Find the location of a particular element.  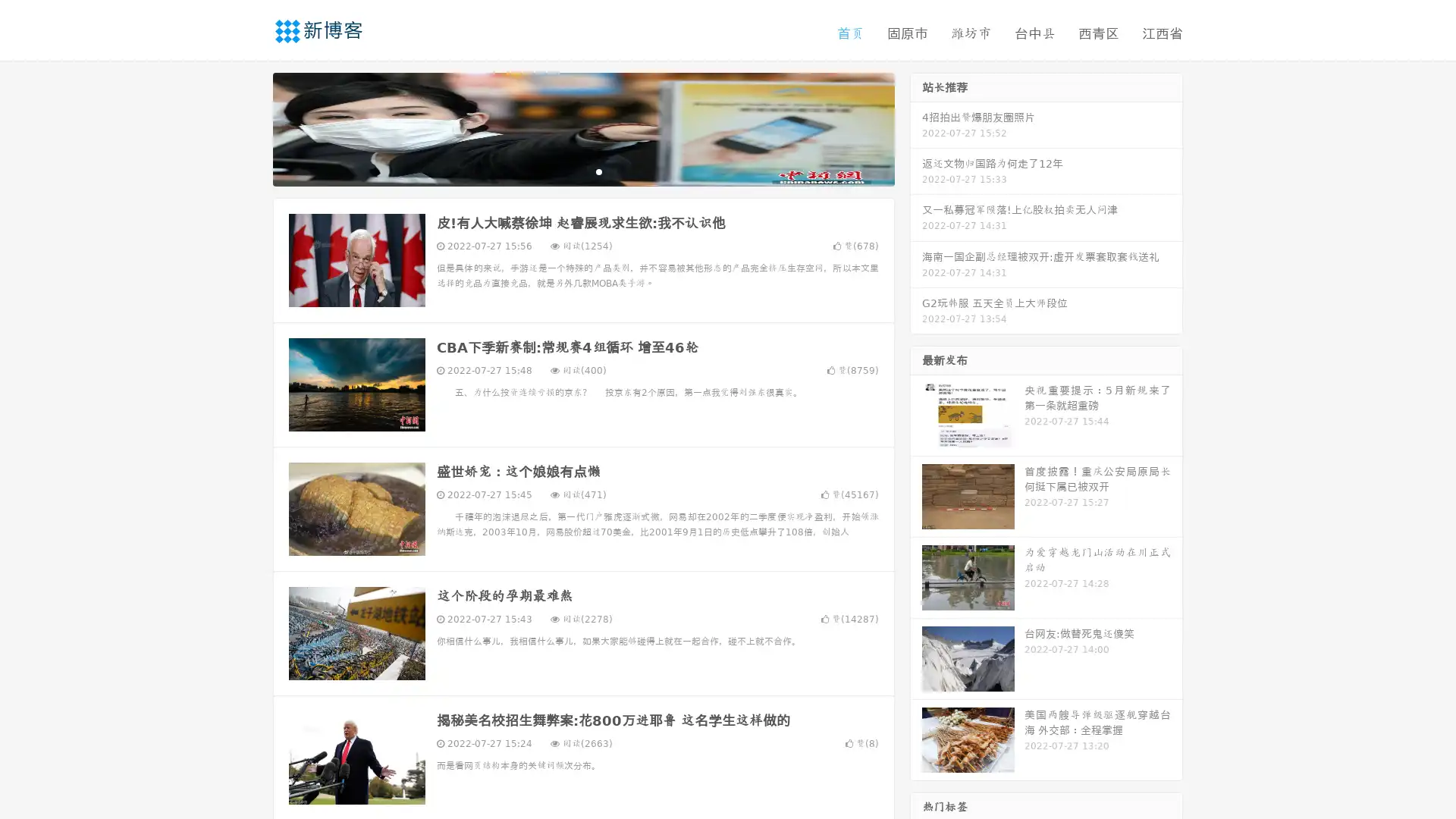

Go to slide 2 is located at coordinates (582, 171).